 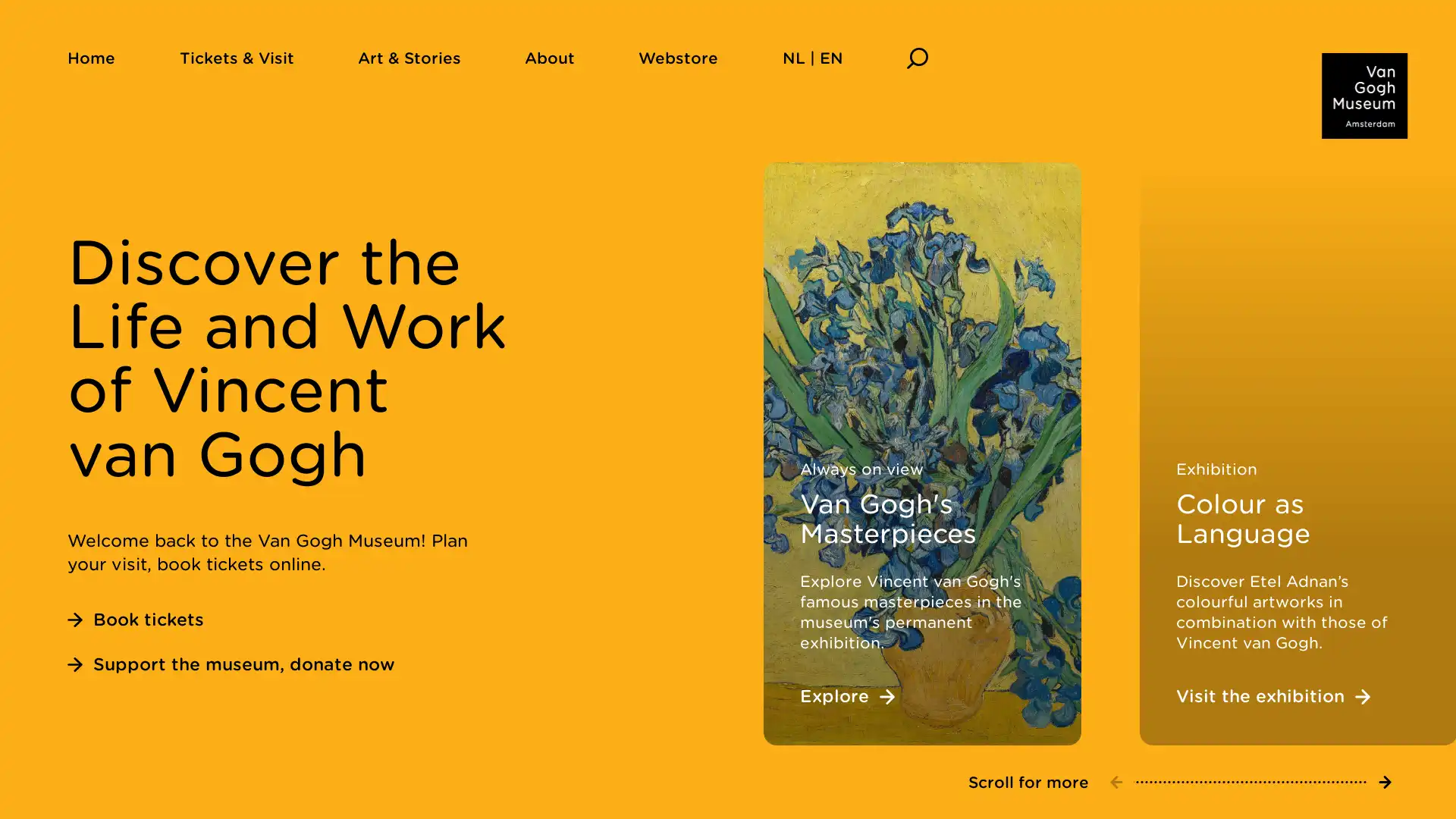 What do you see at coordinates (916, 57) in the screenshot?
I see `Search` at bounding box center [916, 57].